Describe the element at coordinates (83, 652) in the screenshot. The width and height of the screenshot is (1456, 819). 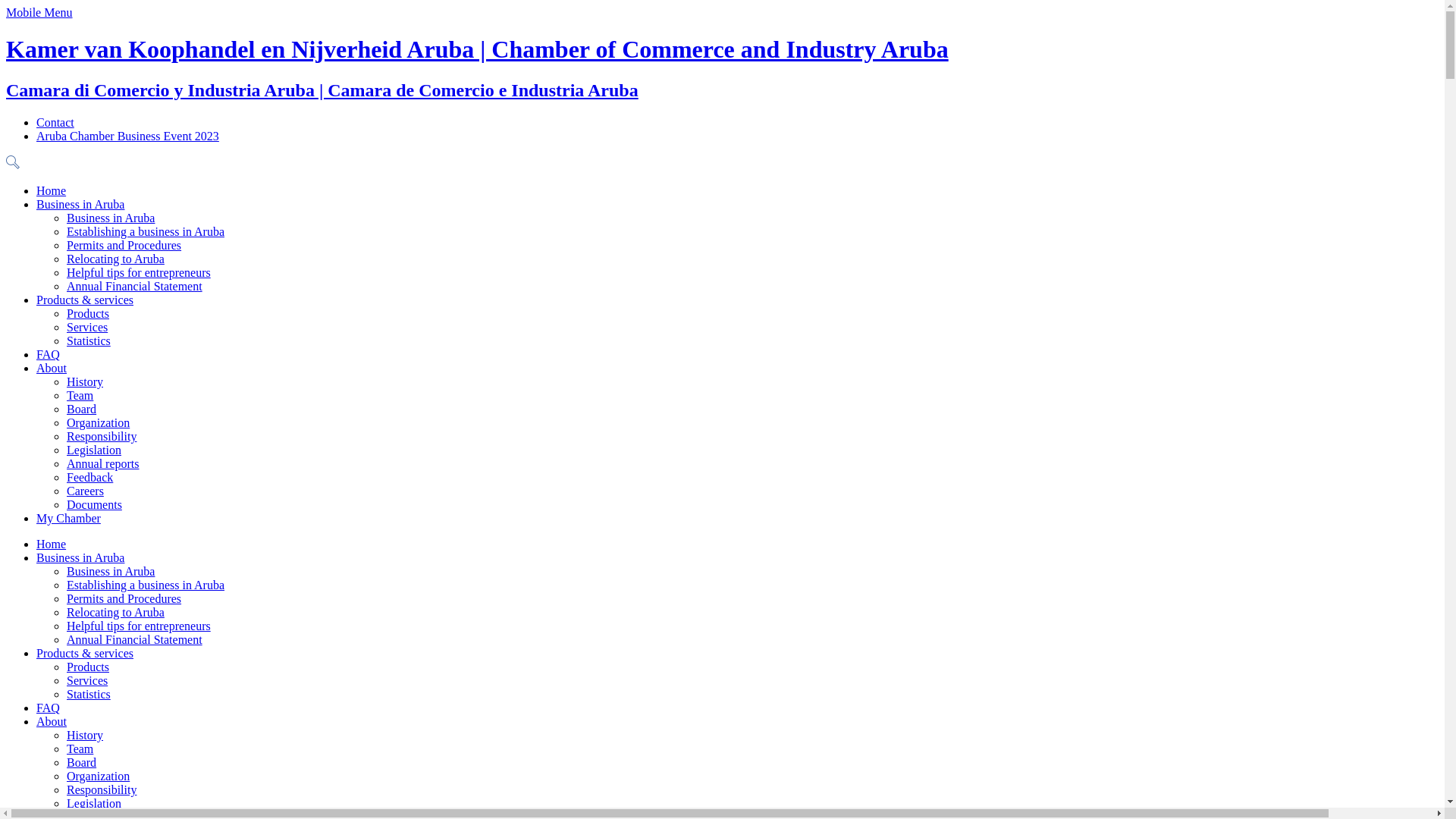
I see `'Products & services'` at that location.